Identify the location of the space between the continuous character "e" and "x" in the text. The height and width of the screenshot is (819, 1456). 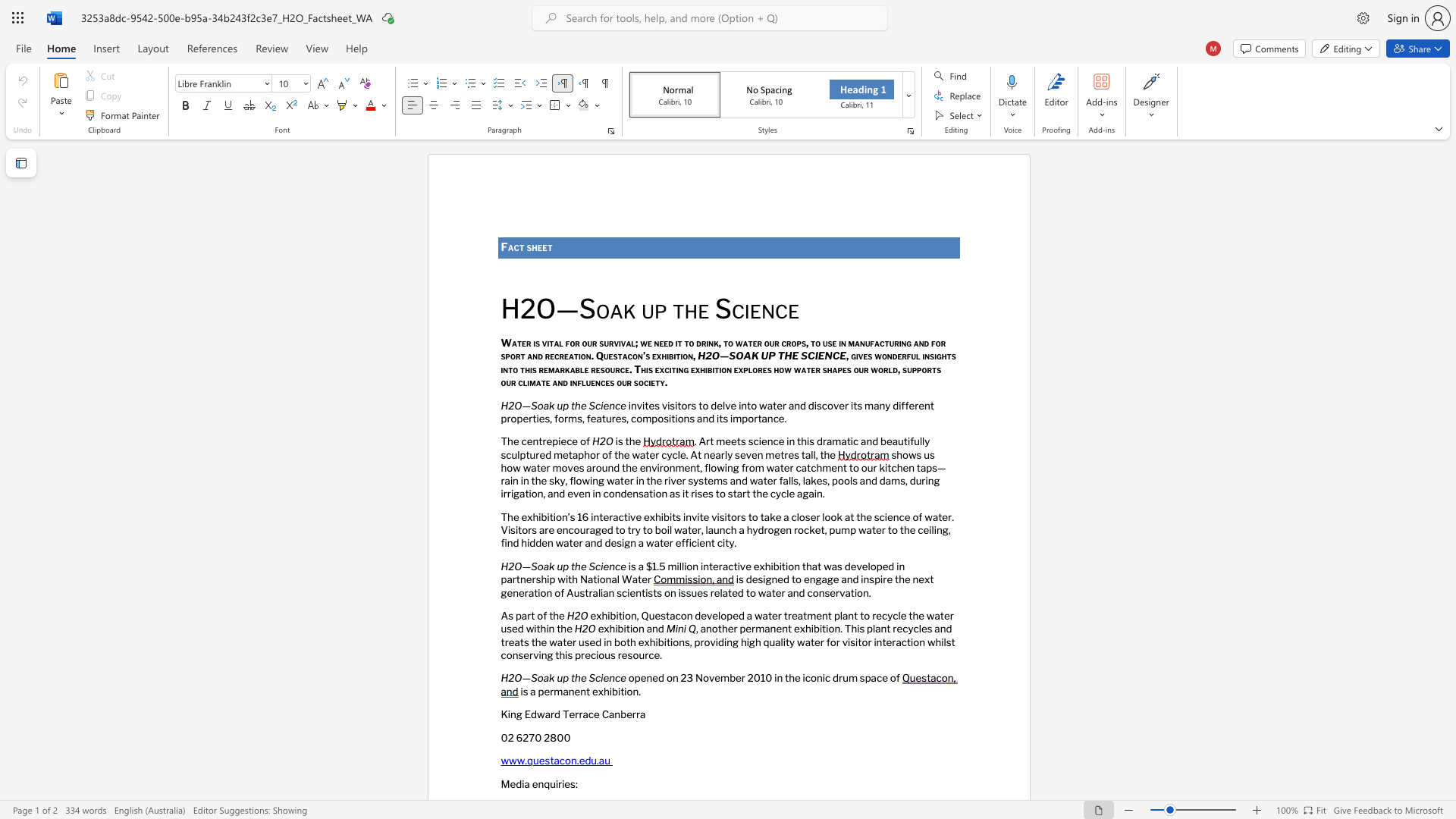
(597, 691).